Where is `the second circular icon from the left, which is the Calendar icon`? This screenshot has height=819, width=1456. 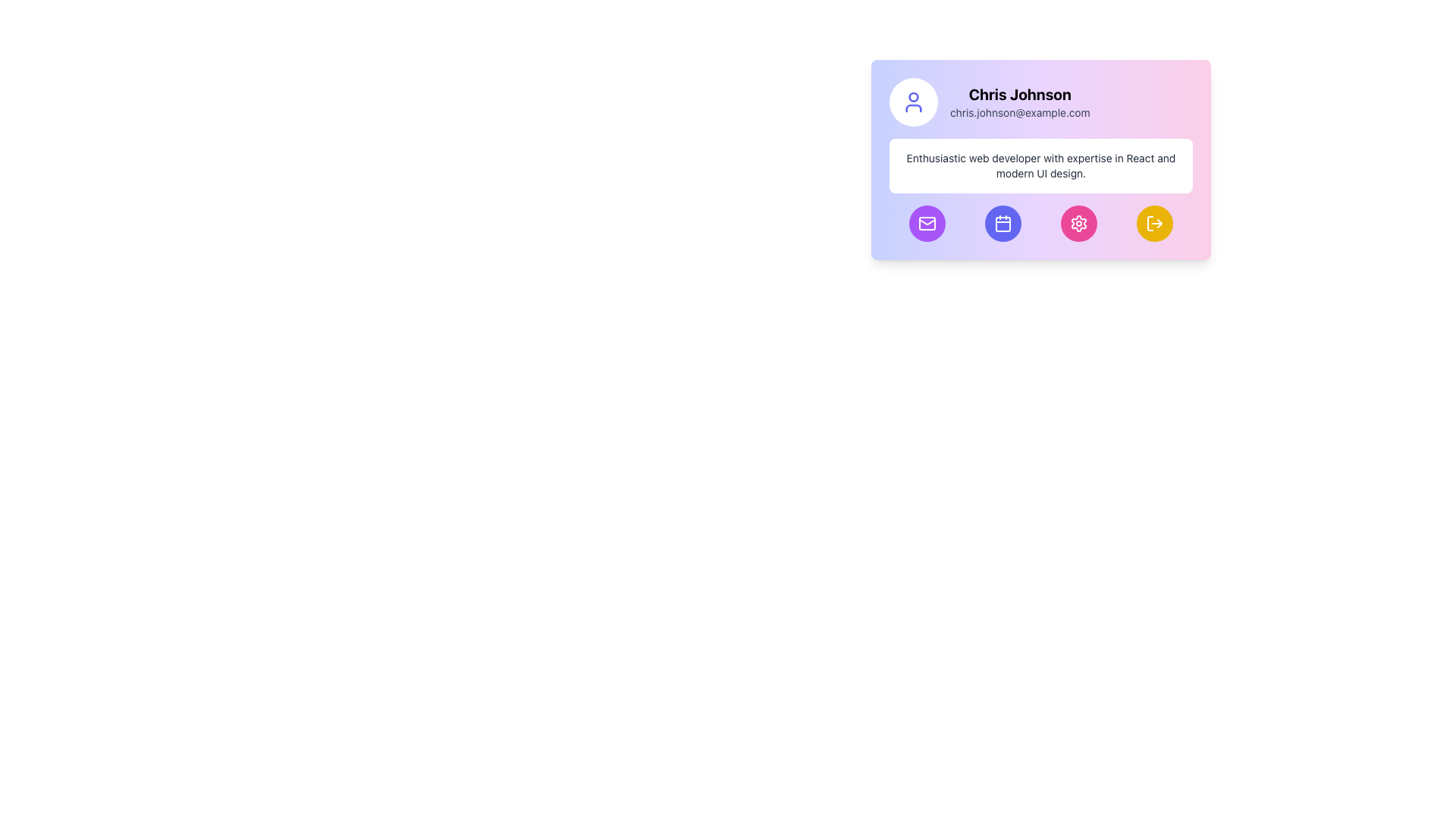
the second circular icon from the left, which is the Calendar icon is located at coordinates (1003, 223).